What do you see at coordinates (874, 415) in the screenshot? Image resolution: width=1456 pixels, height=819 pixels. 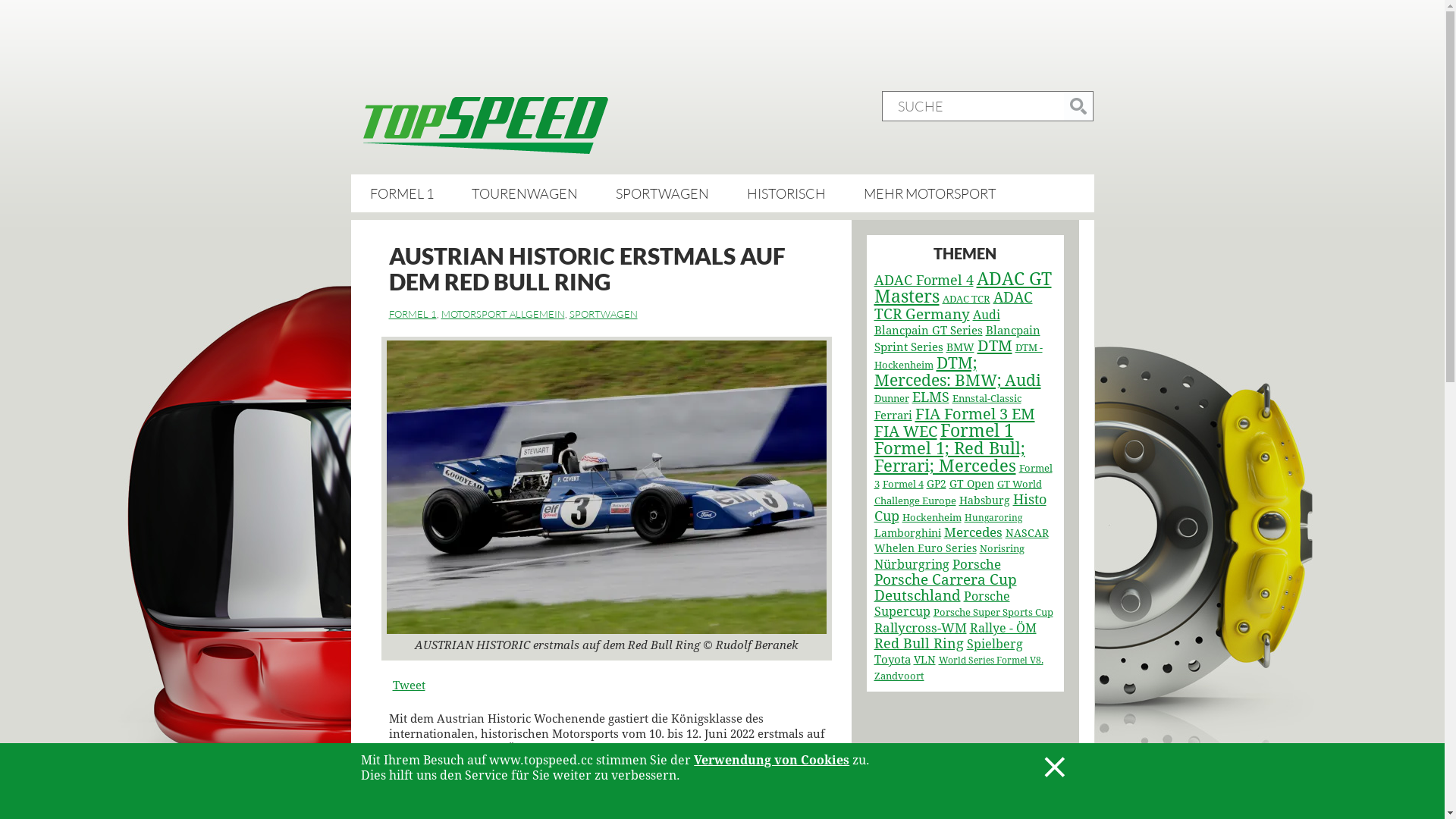 I see `'Ferrari'` at bounding box center [874, 415].